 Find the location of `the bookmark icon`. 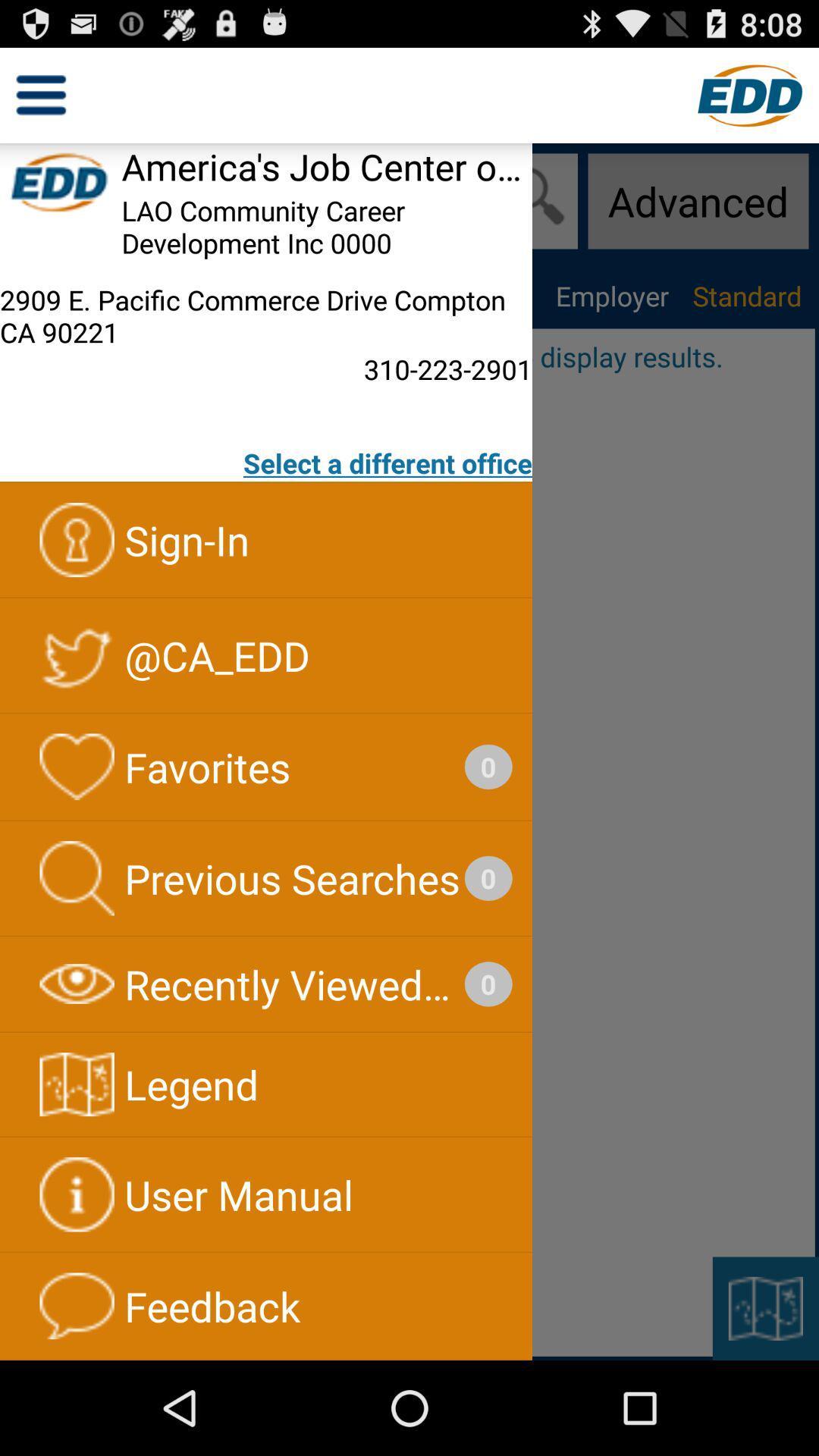

the bookmark icon is located at coordinates (765, 1400).